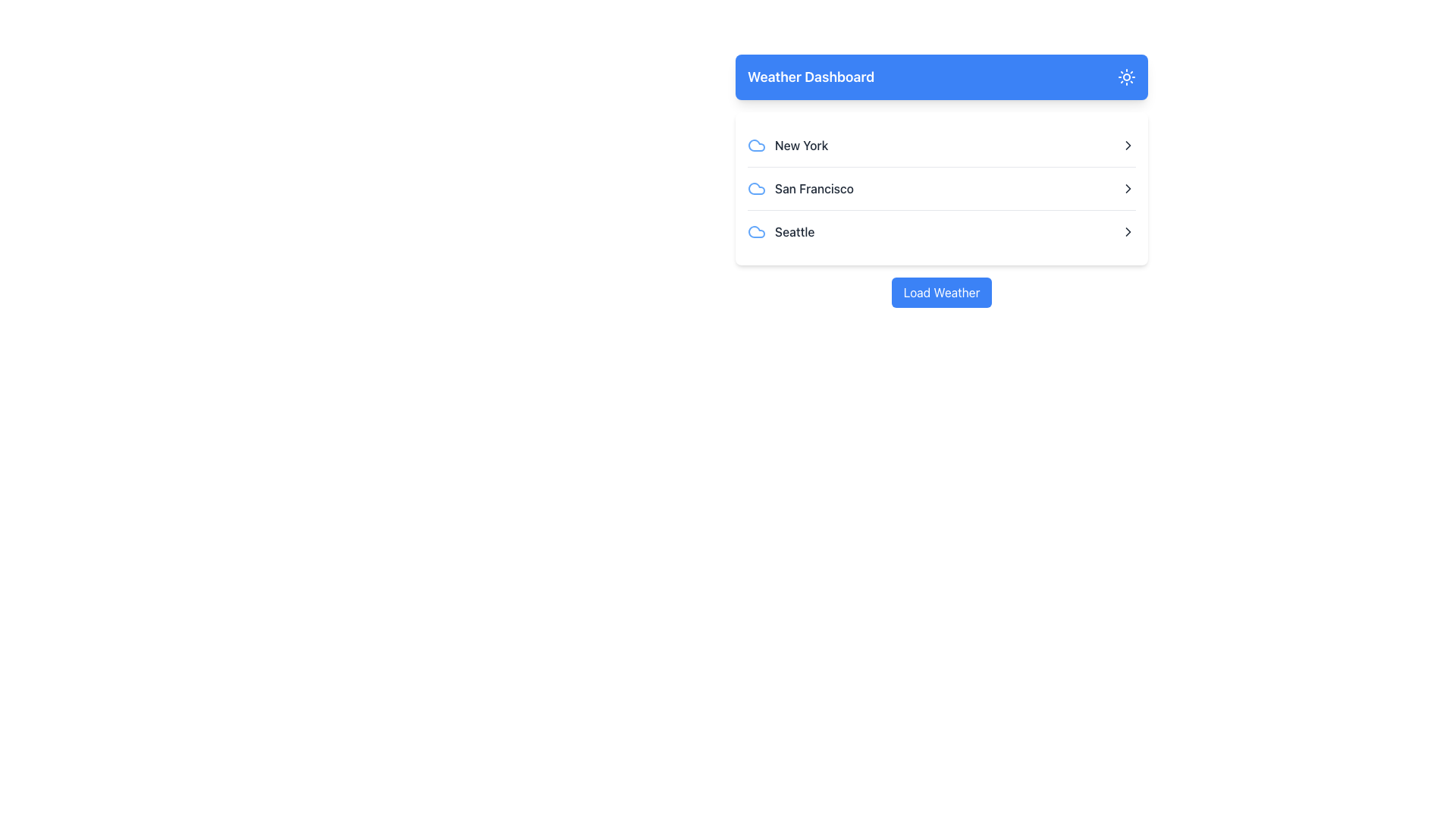  I want to click on the light blue cloud icon with rounded edges located in the second row of the weather dashboard, adjacent to the 'San Francisco' label, so click(757, 188).